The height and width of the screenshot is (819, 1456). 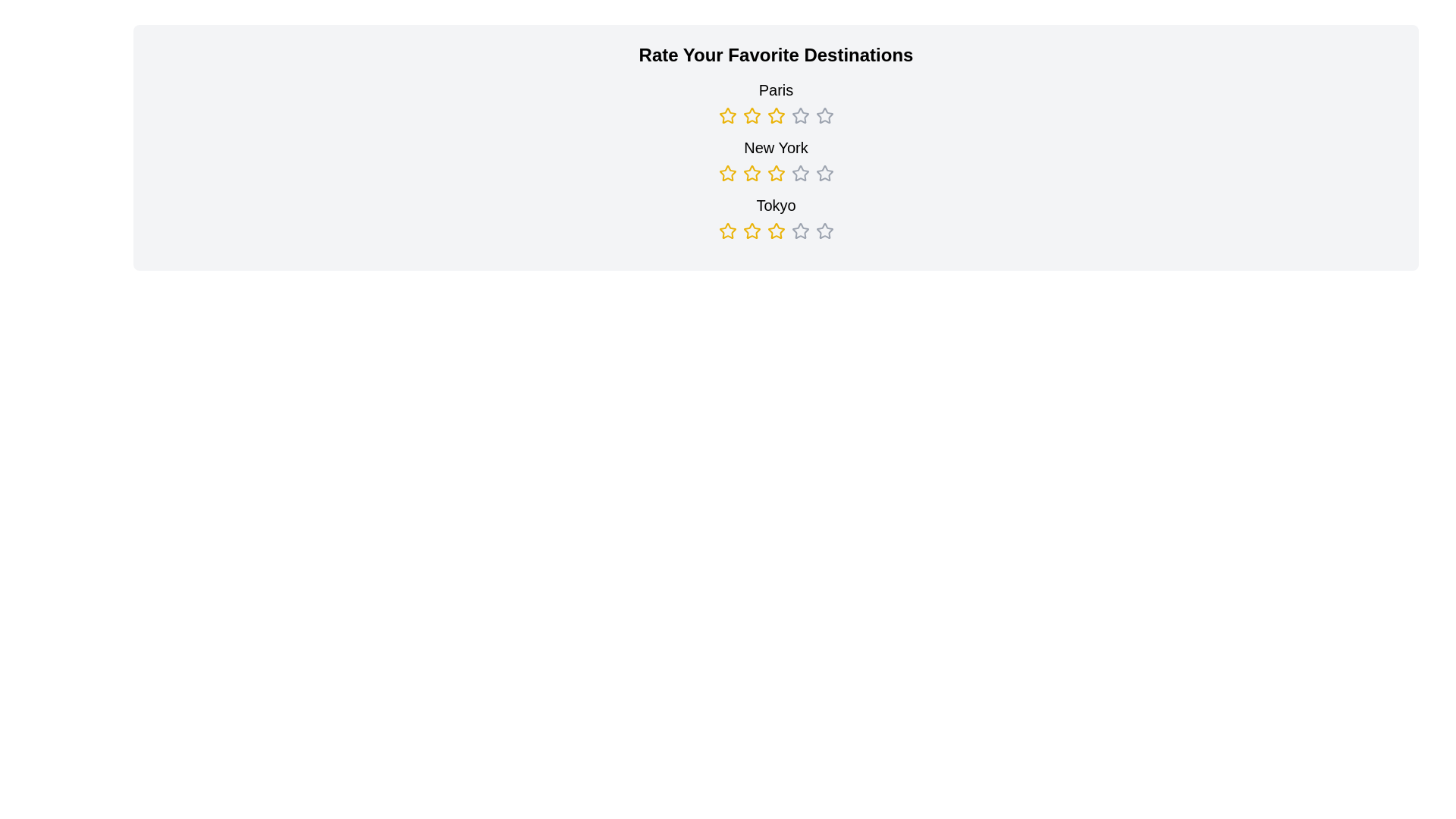 I want to click on the interactive star icon with a gray outline in the first row for the 'Paris' rating, which is the fourth star in the sequence, so click(x=799, y=115).